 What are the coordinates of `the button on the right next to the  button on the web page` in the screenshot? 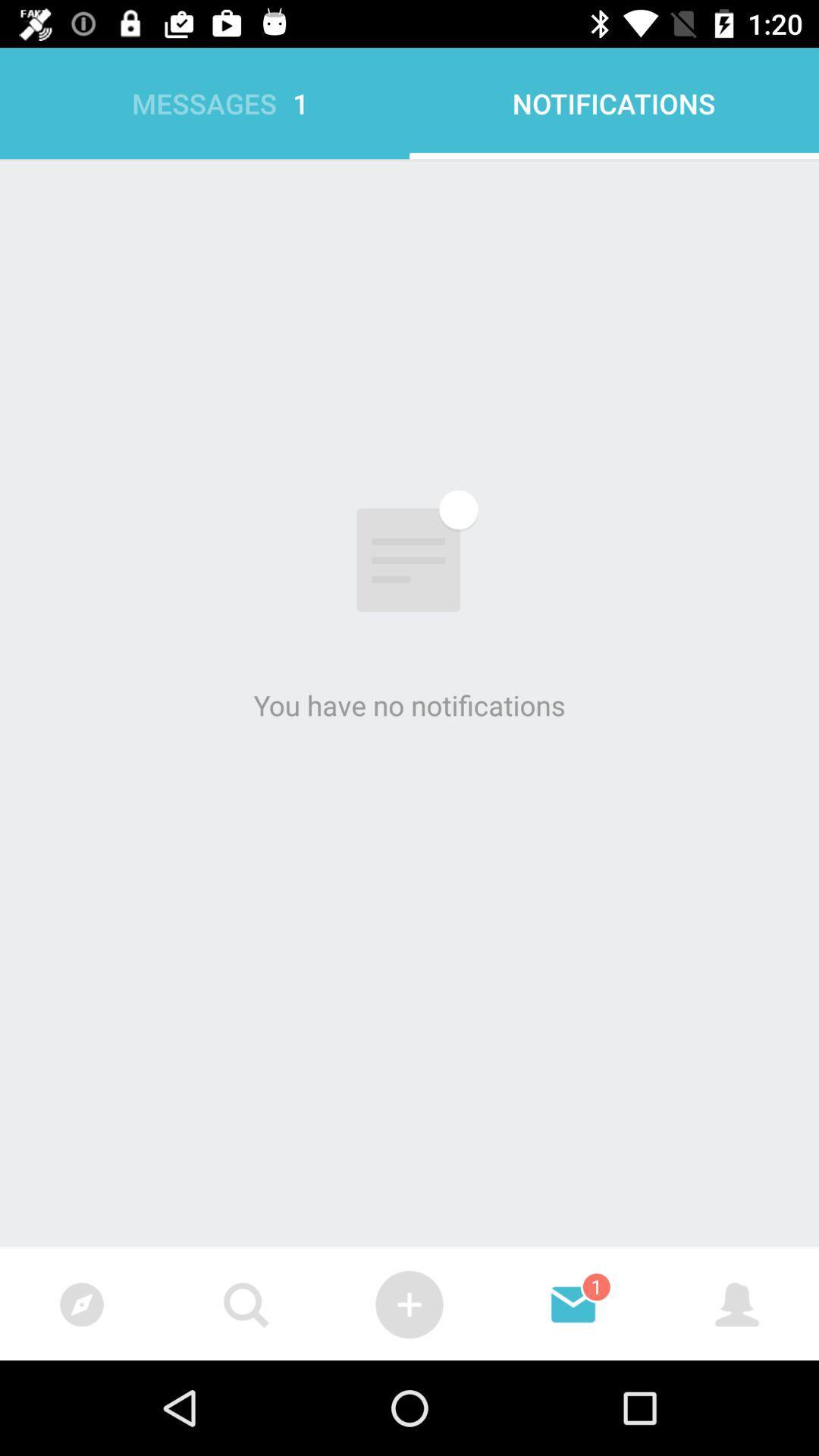 It's located at (573, 1304).